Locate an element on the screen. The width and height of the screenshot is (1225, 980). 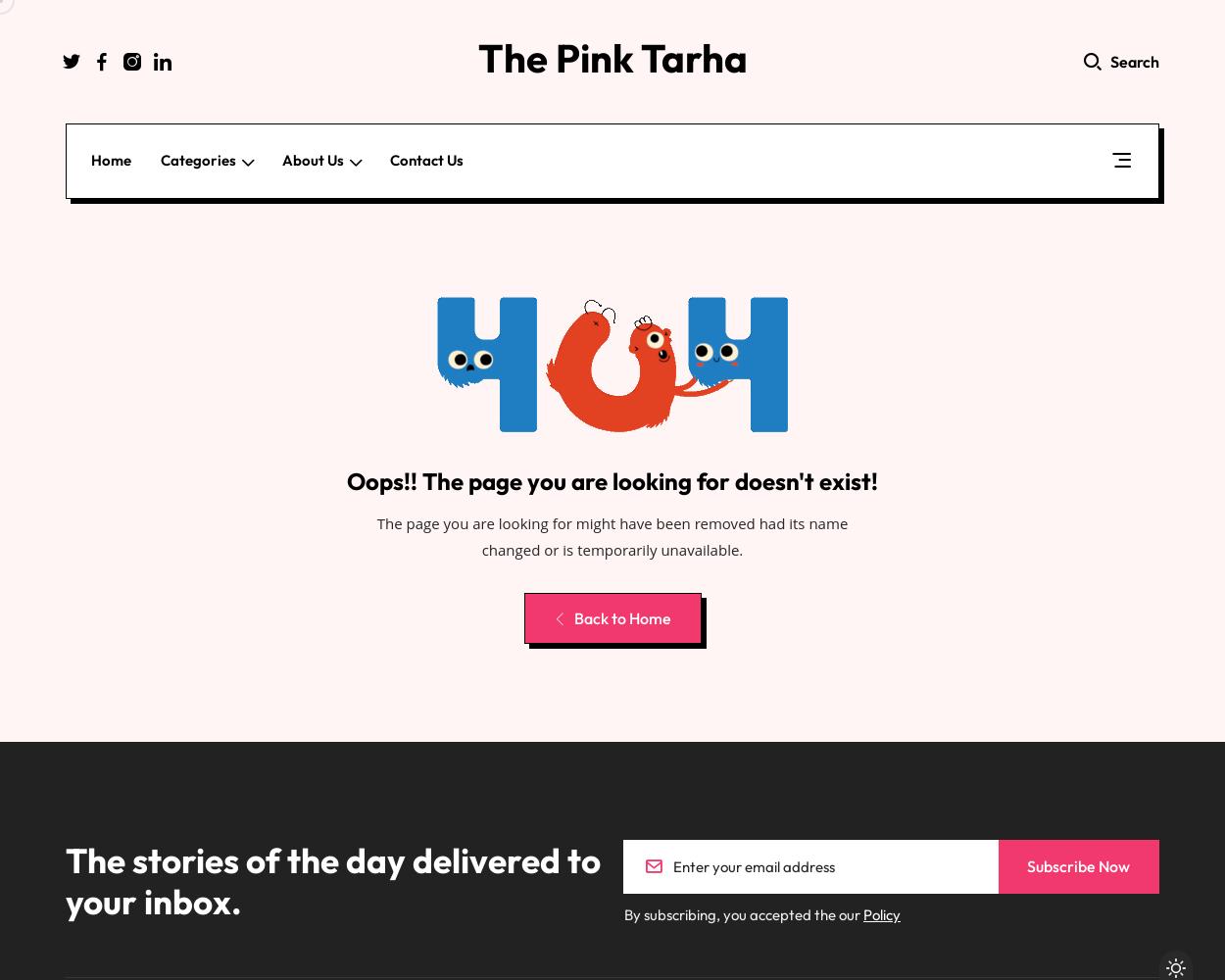
'Shopping' is located at coordinates (217, 314).